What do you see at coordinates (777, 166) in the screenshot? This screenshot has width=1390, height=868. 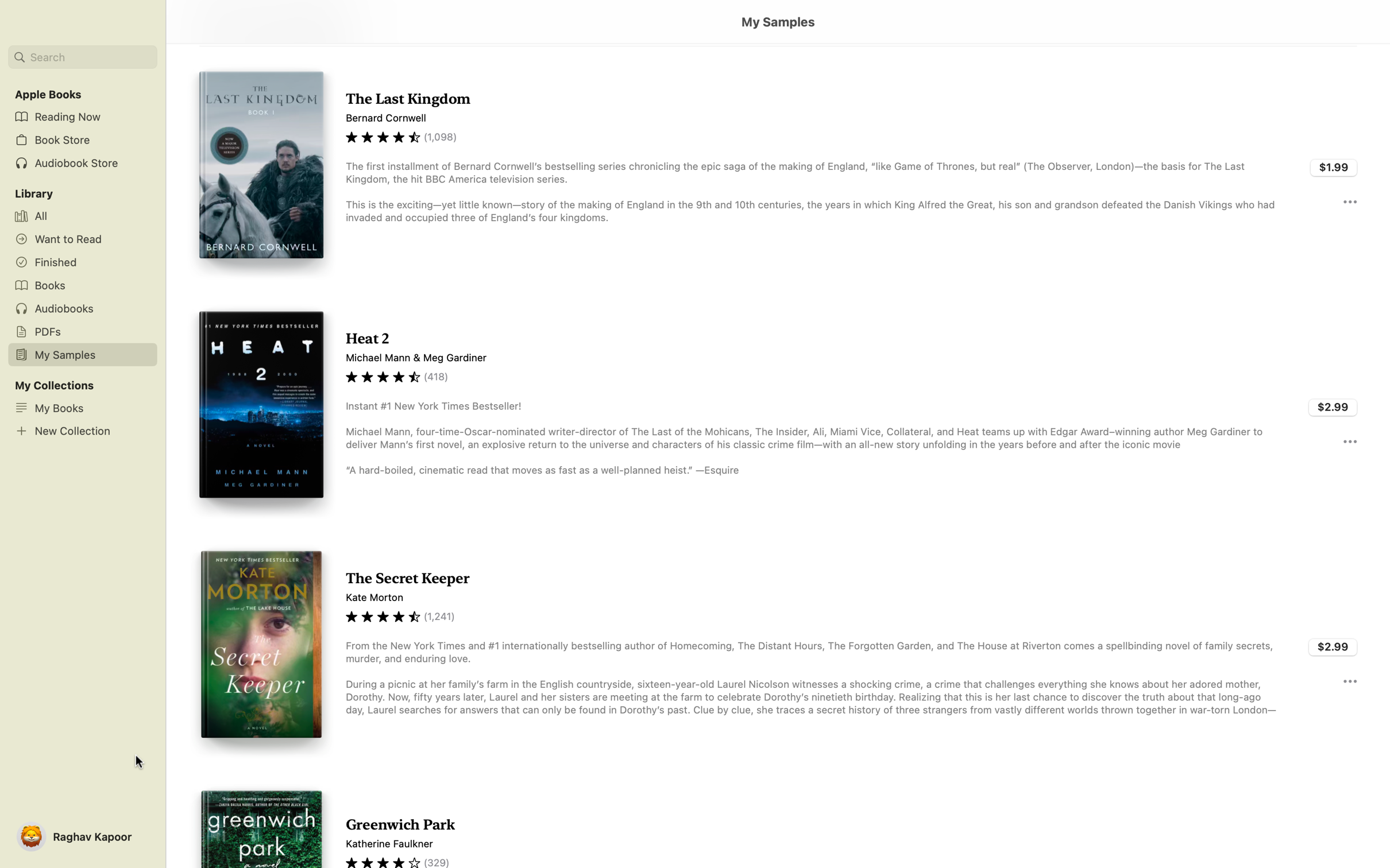 I see `double click to Read the sample of Last Kingdom` at bounding box center [777, 166].